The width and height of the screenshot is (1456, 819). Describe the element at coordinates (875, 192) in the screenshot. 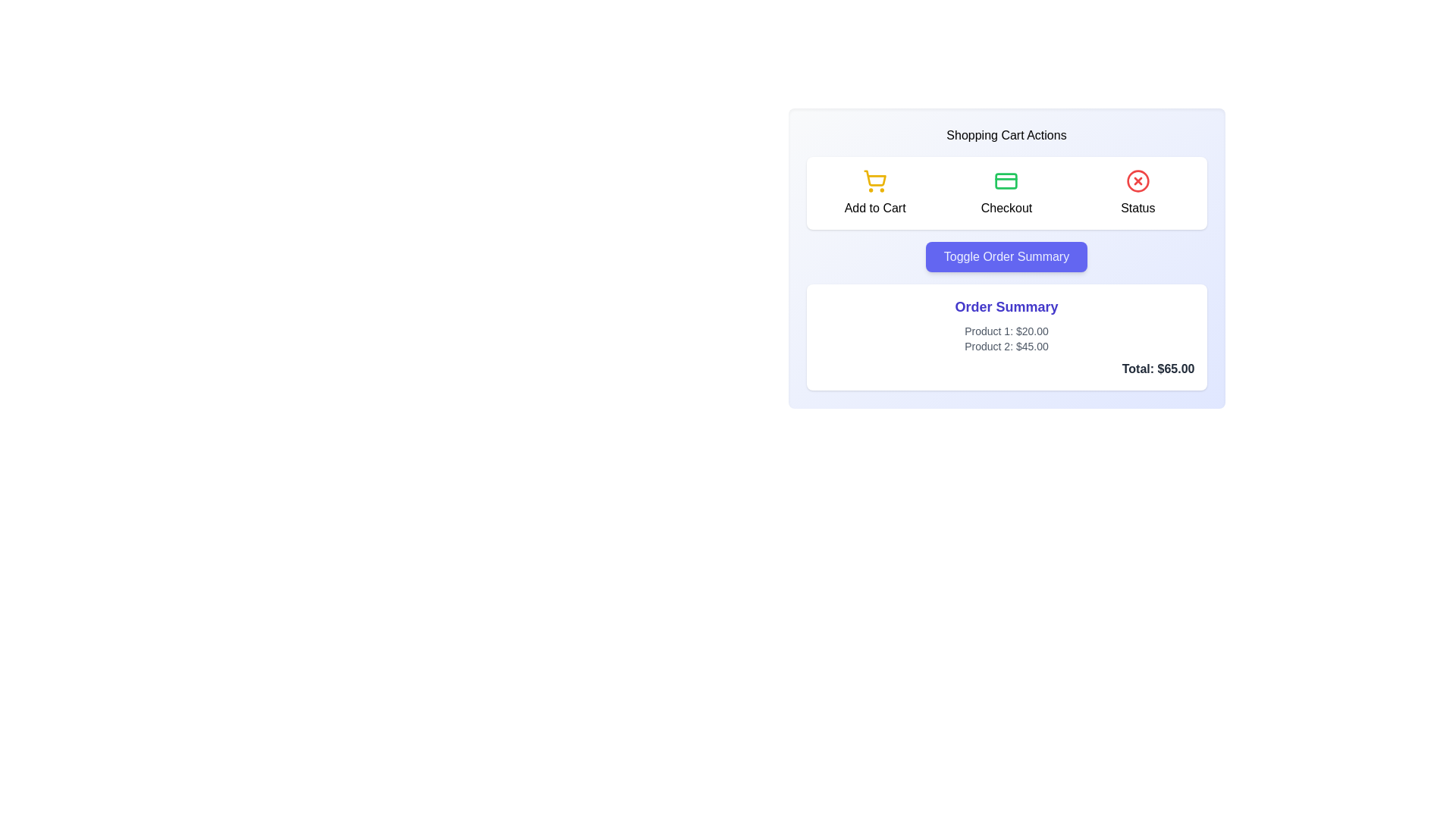

I see `the 'Add to Cart' button which features a yellow shopping cart icon and the text below it` at that location.